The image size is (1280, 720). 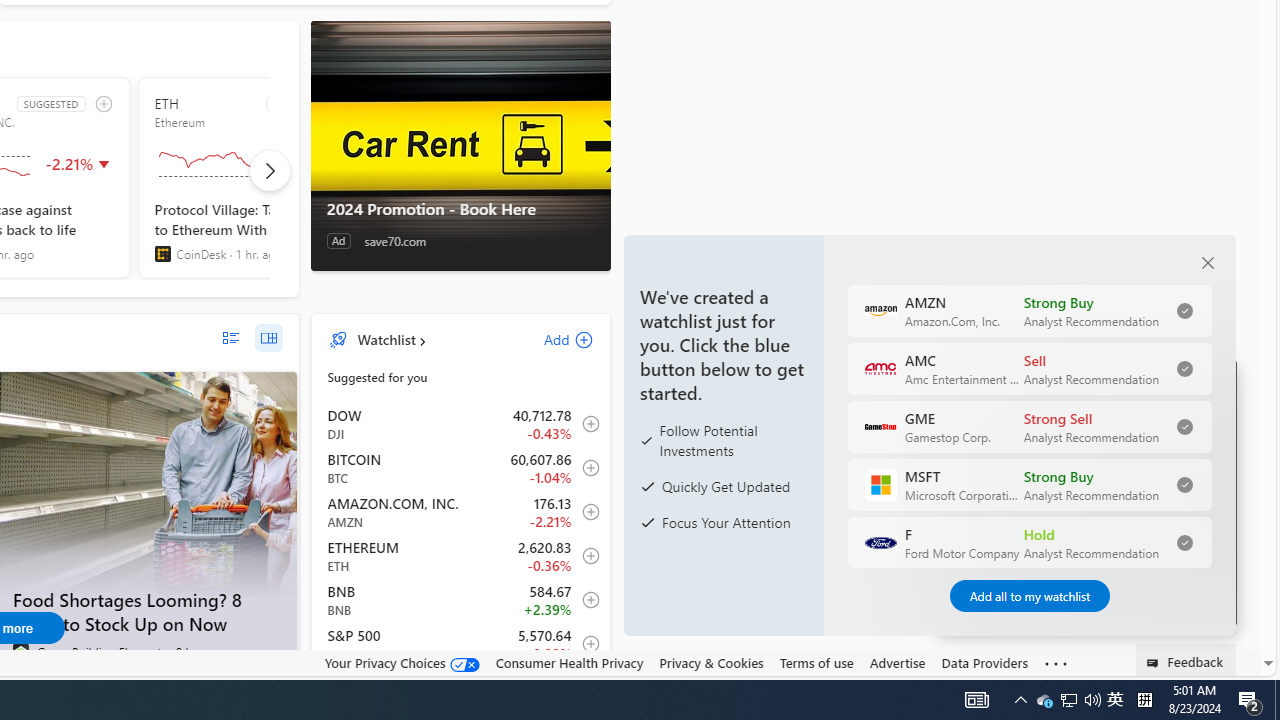 What do you see at coordinates (711, 662) in the screenshot?
I see `'Privacy & Cookies'` at bounding box center [711, 662].